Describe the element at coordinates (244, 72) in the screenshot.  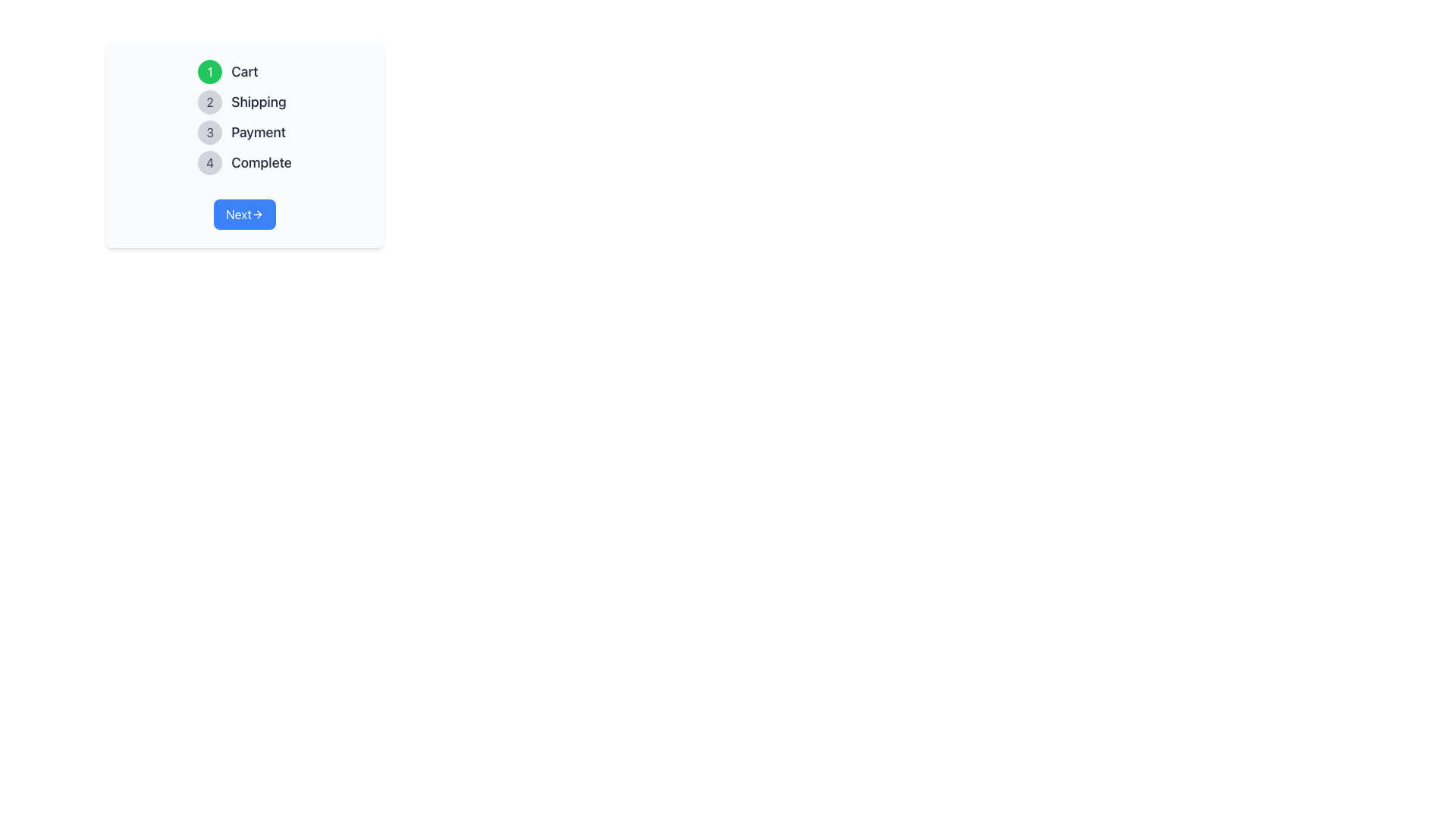
I see `the 'Cart' Text Label, which is positioned to the right of the green circular icon labeled '1', indicating the first step in the checkout process` at that location.